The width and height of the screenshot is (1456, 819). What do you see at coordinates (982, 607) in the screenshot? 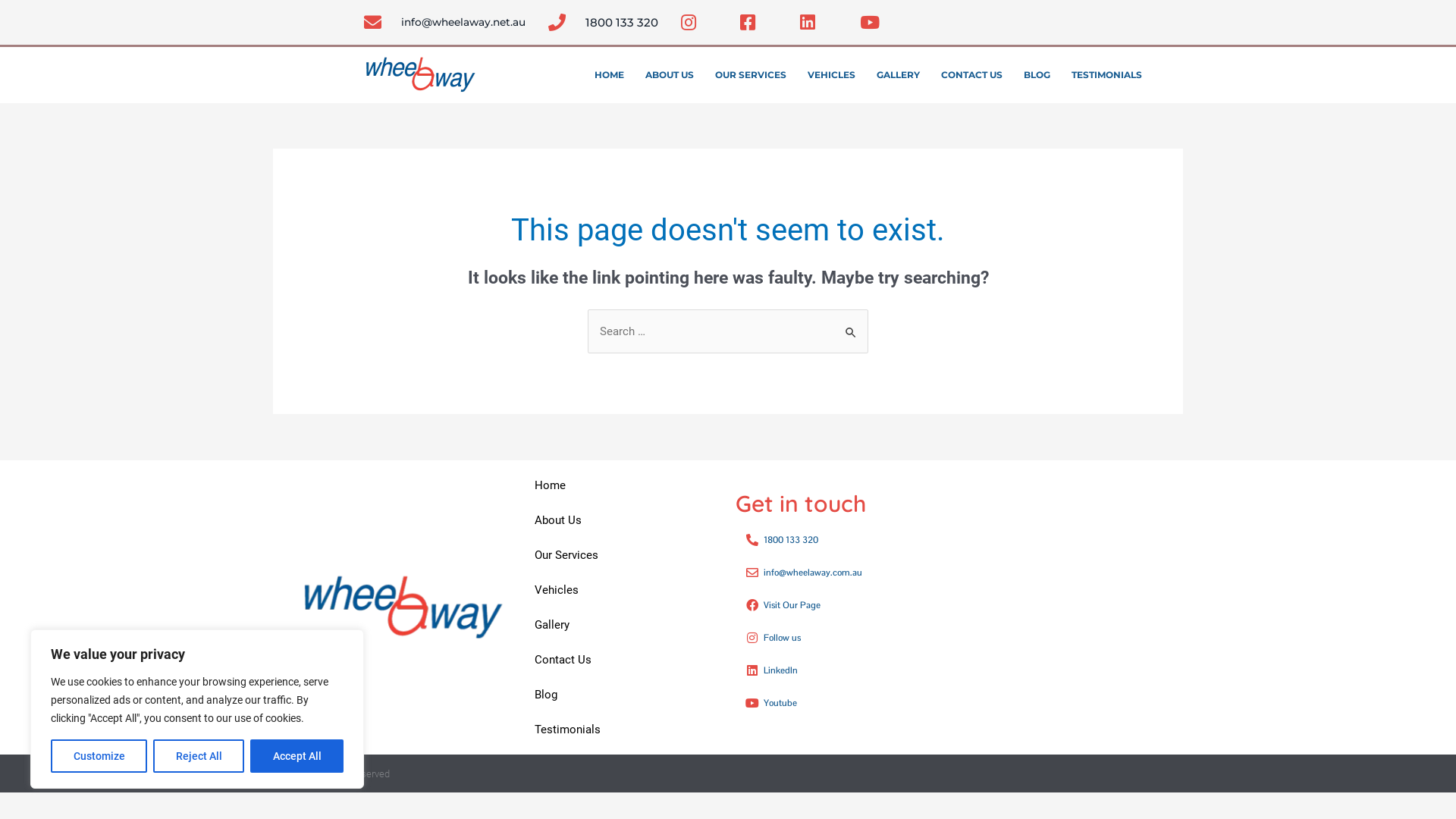
I see `'7 Jordon Court, Boronia, VIC'` at bounding box center [982, 607].